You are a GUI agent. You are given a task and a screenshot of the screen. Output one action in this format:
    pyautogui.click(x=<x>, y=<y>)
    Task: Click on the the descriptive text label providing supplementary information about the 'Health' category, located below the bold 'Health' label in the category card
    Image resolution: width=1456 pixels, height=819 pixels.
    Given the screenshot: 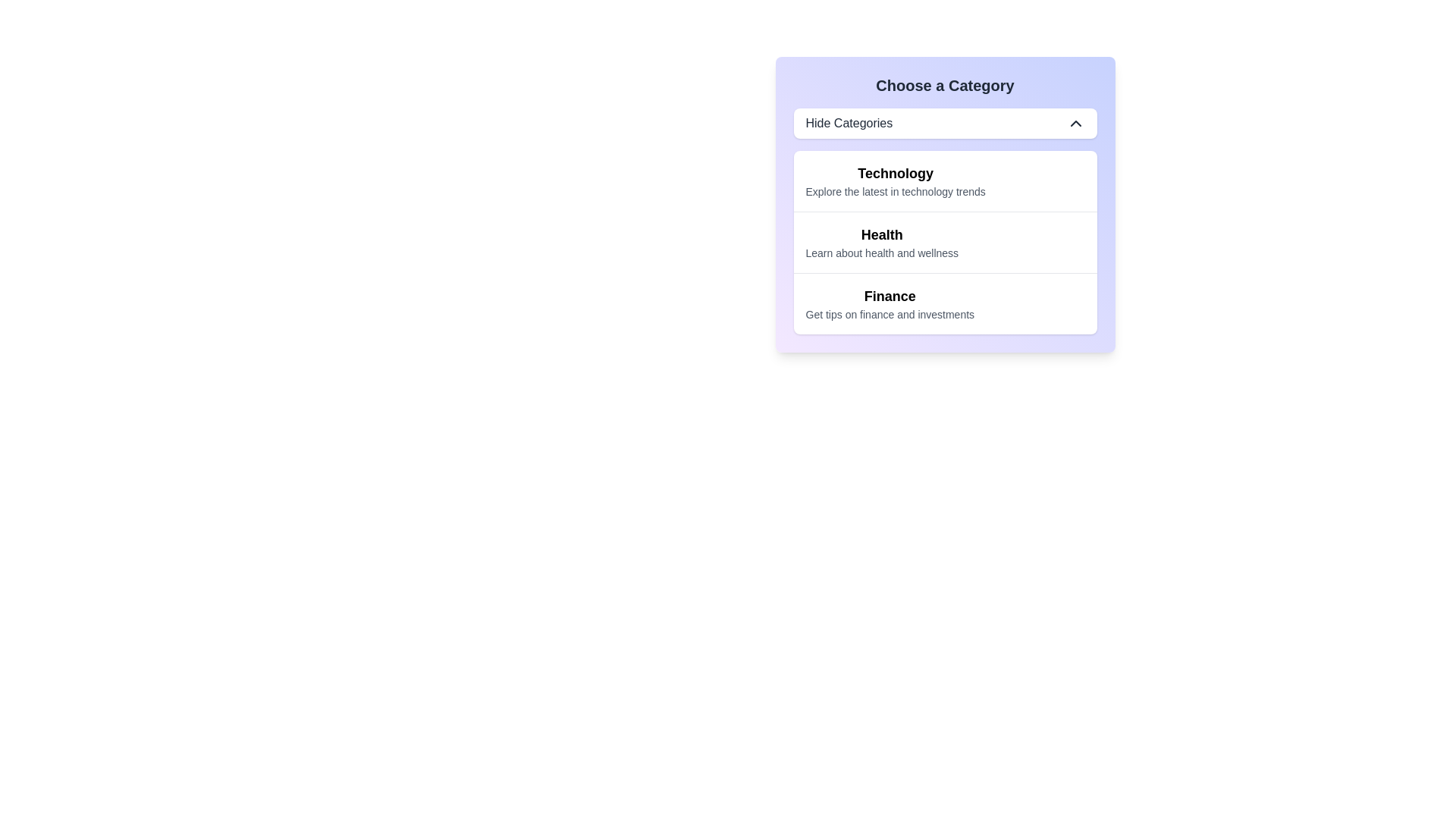 What is the action you would take?
    pyautogui.click(x=882, y=253)
    